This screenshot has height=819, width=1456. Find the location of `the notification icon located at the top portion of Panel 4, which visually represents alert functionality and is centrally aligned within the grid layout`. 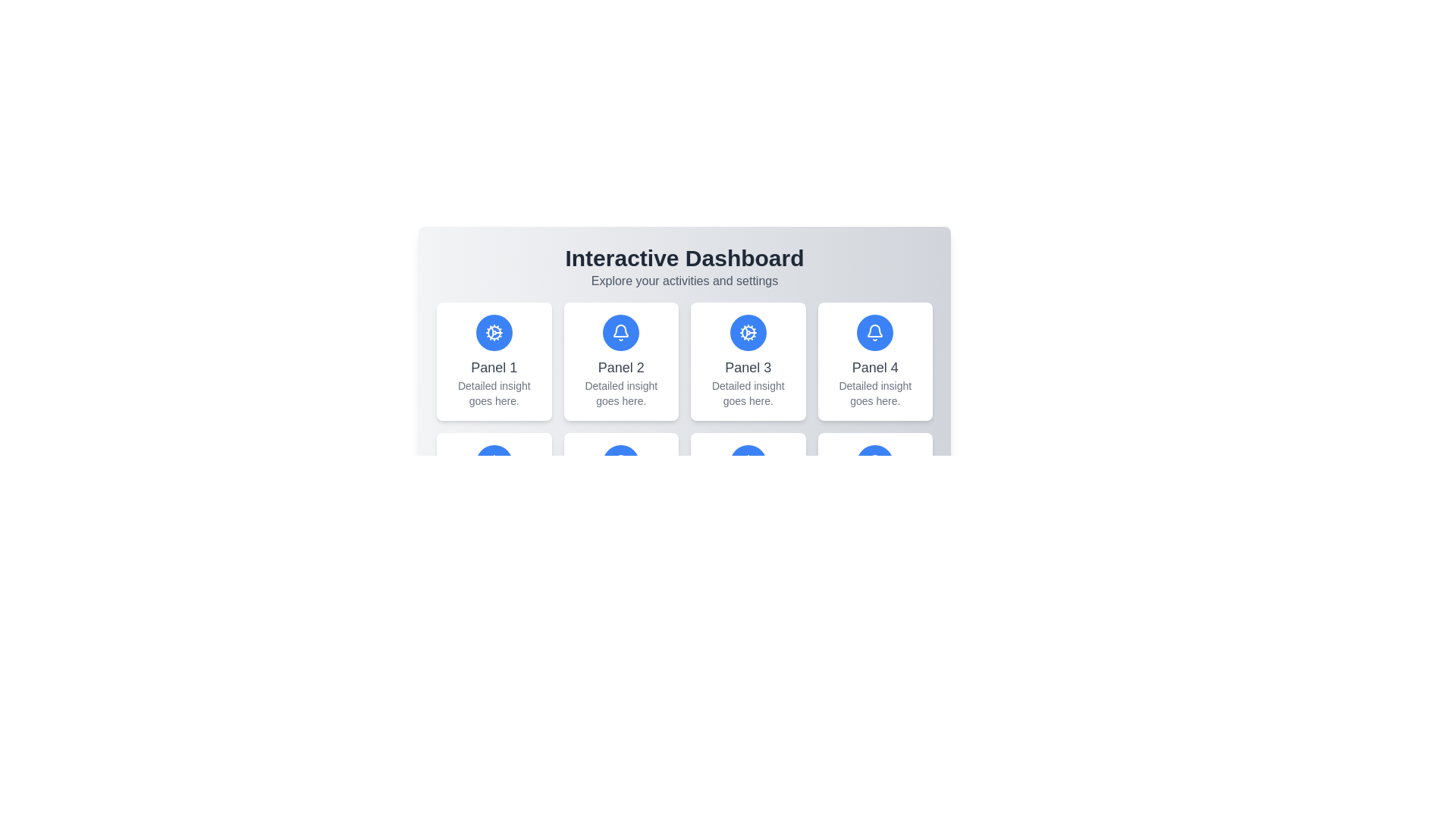

the notification icon located at the top portion of Panel 4, which visually represents alert functionality and is centrally aligned within the grid layout is located at coordinates (875, 332).